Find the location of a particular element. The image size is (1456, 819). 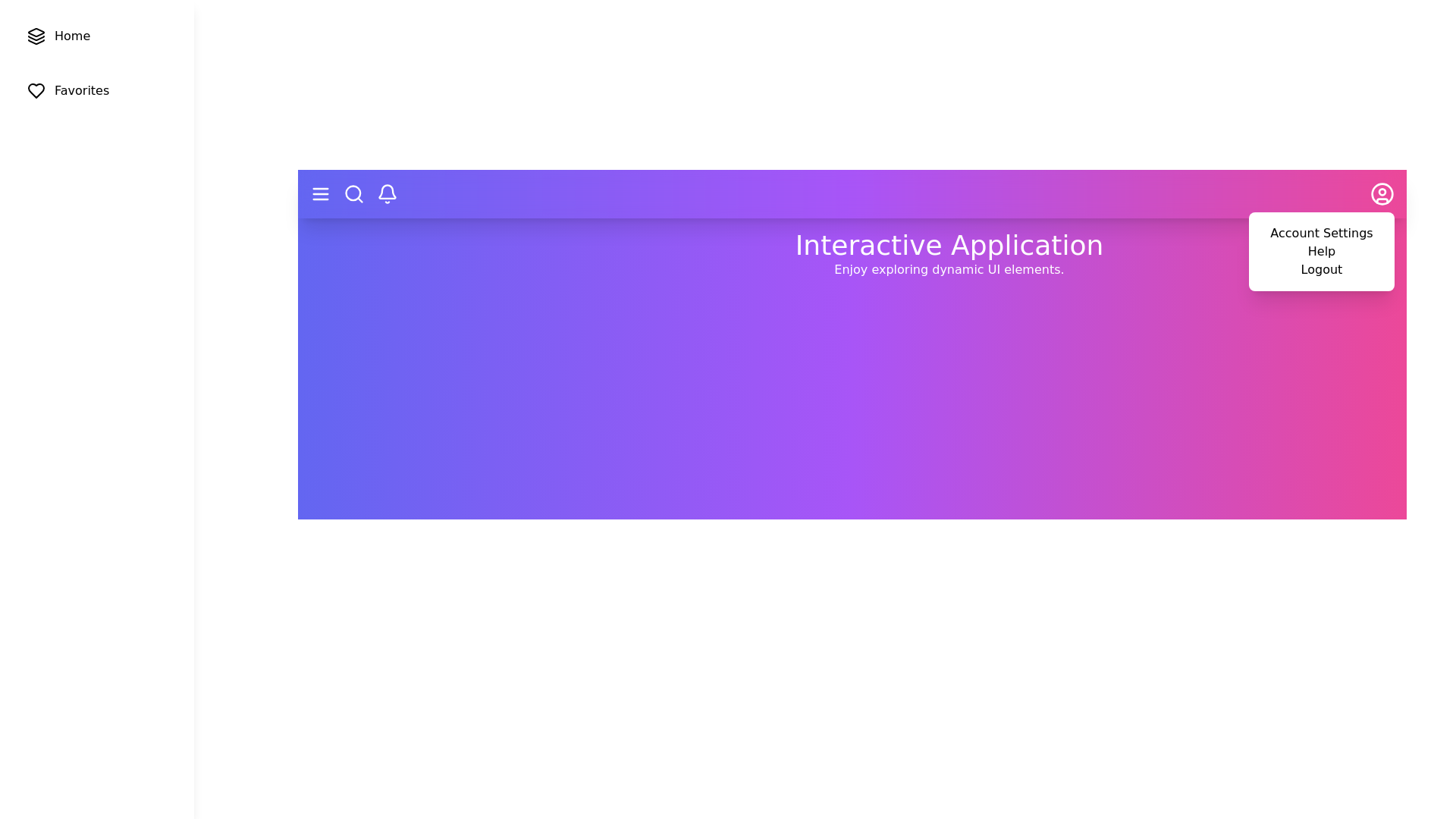

the search icon is located at coordinates (353, 193).